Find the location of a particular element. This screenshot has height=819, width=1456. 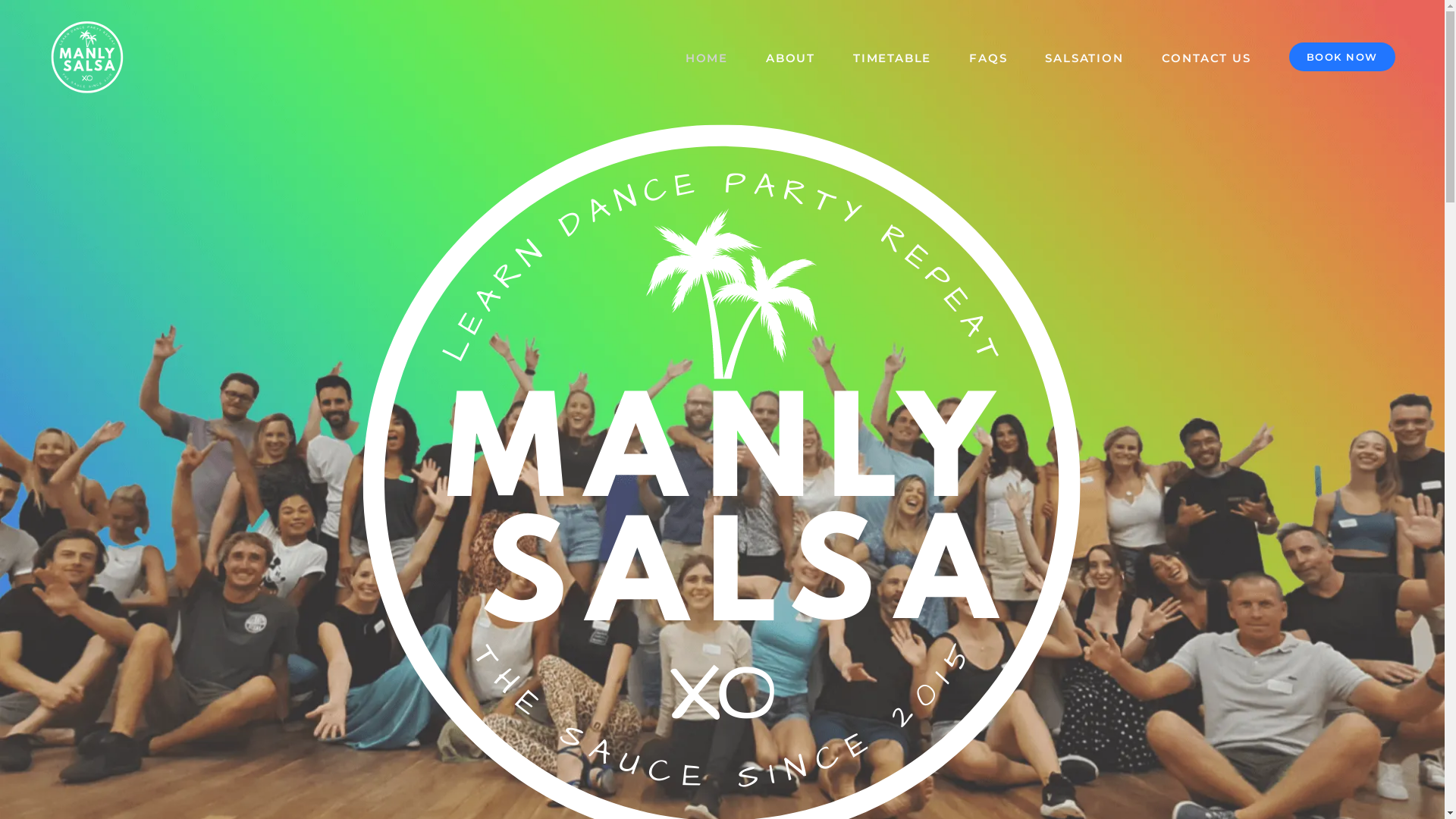

'SALSATION' is located at coordinates (1083, 55).